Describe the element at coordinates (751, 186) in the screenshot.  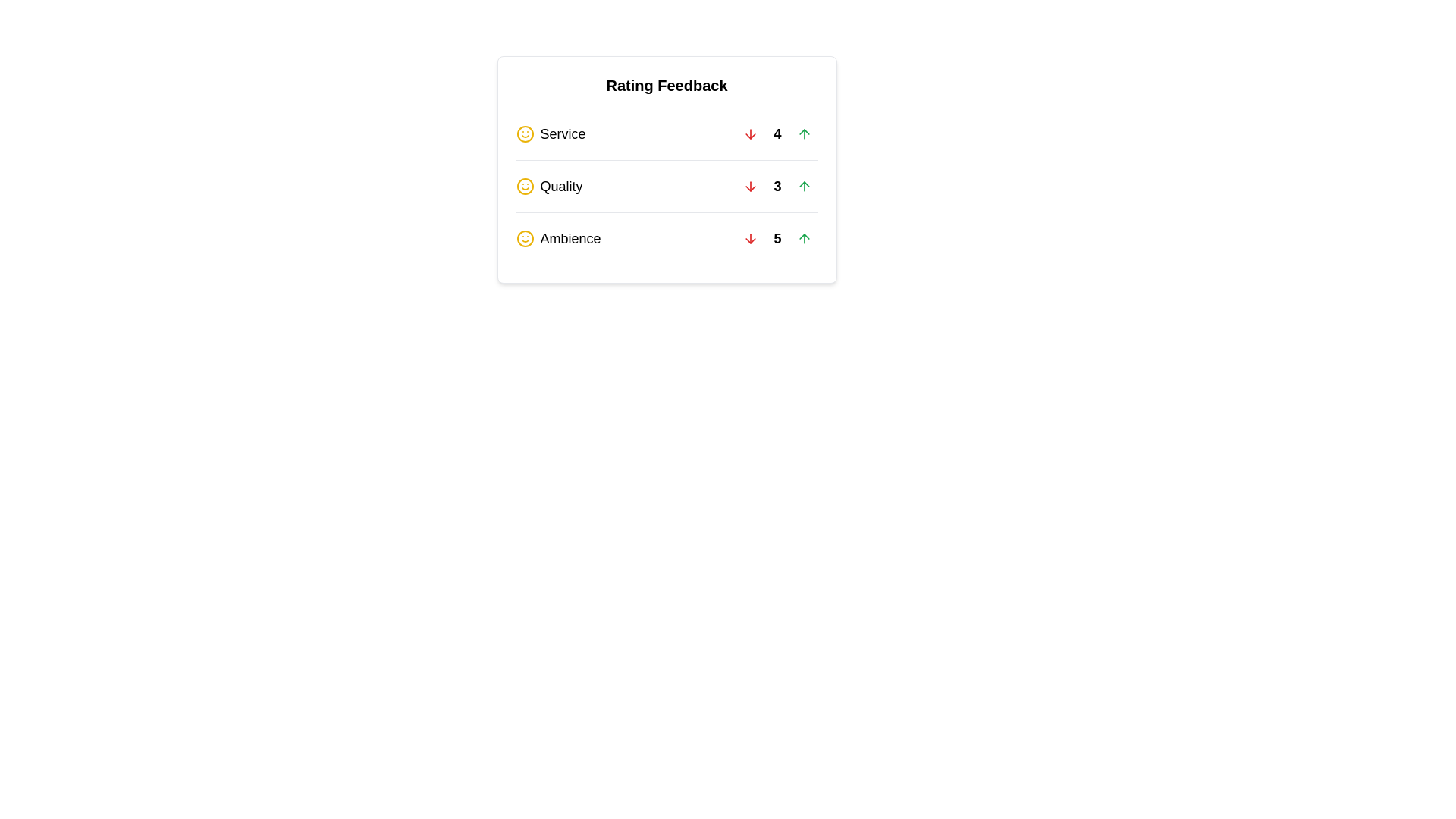
I see `the downward arrow icon button located in the second row labeled 'Quality' to decrease the rating` at that location.